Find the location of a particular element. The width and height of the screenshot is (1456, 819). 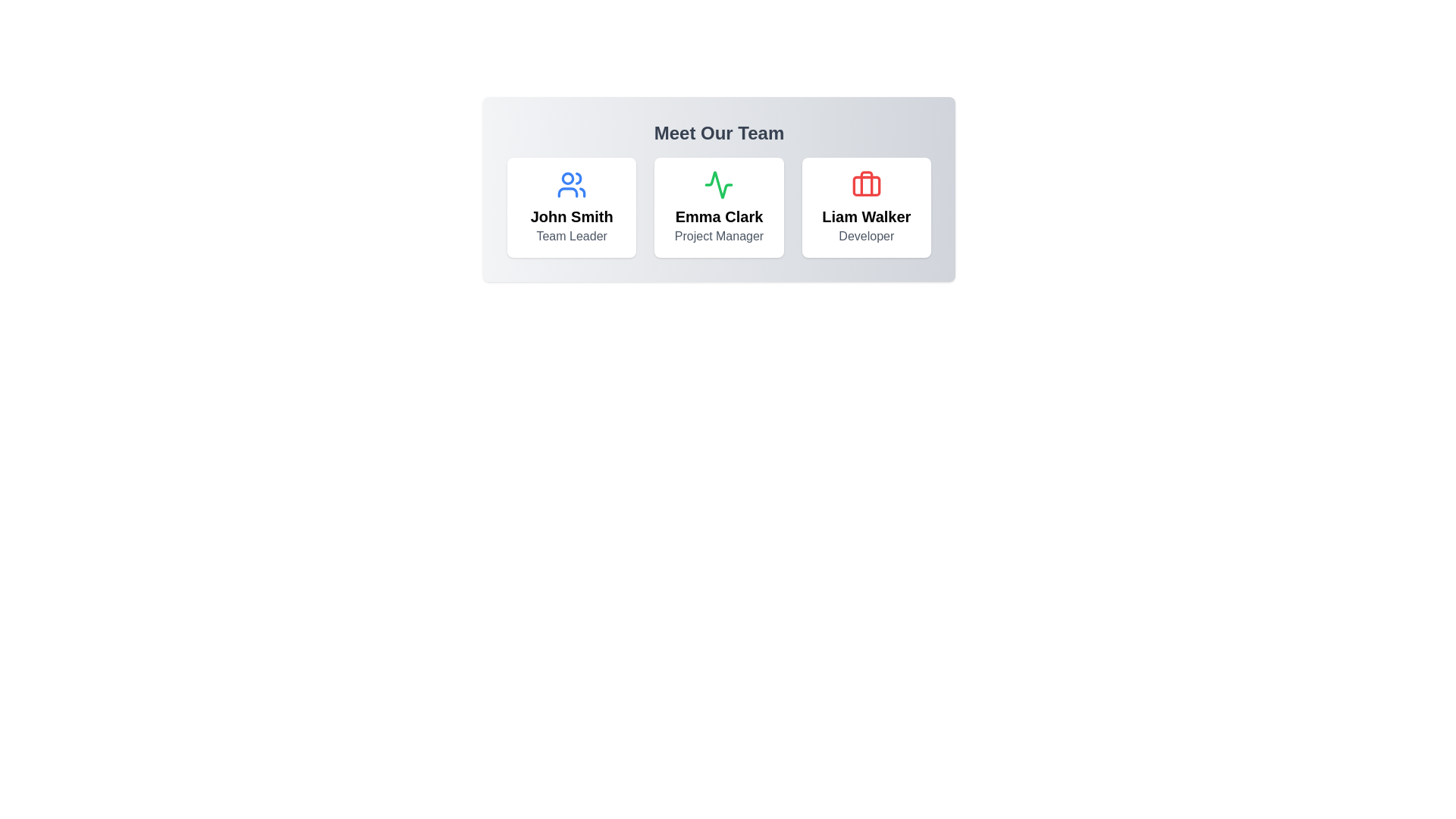

the green-colored line graph icon located at the top-middle section of Emma Clark's profile card, which is aligned vertically with her name and occupation details is located at coordinates (718, 184).